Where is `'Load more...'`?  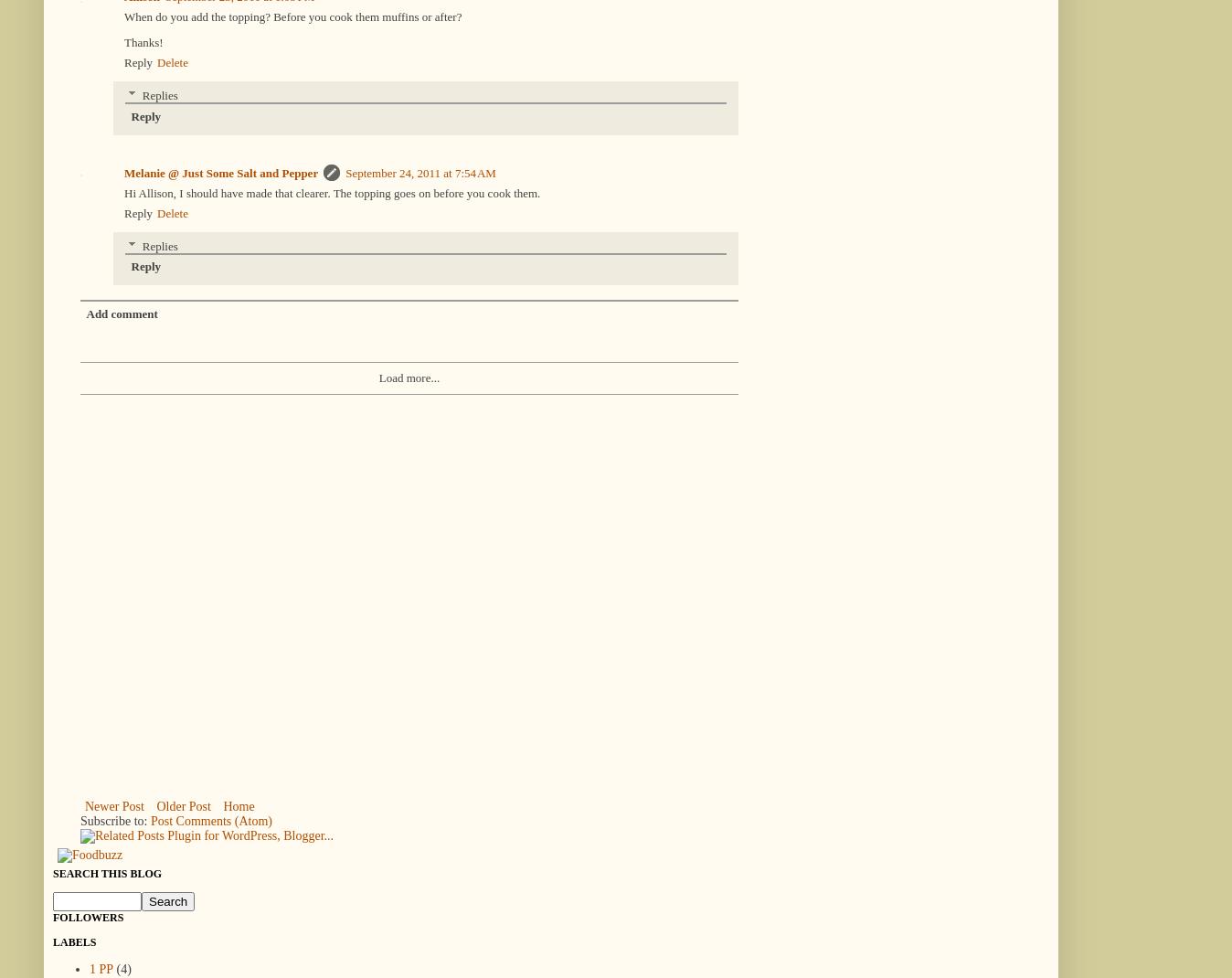
'Load more...' is located at coordinates (408, 377).